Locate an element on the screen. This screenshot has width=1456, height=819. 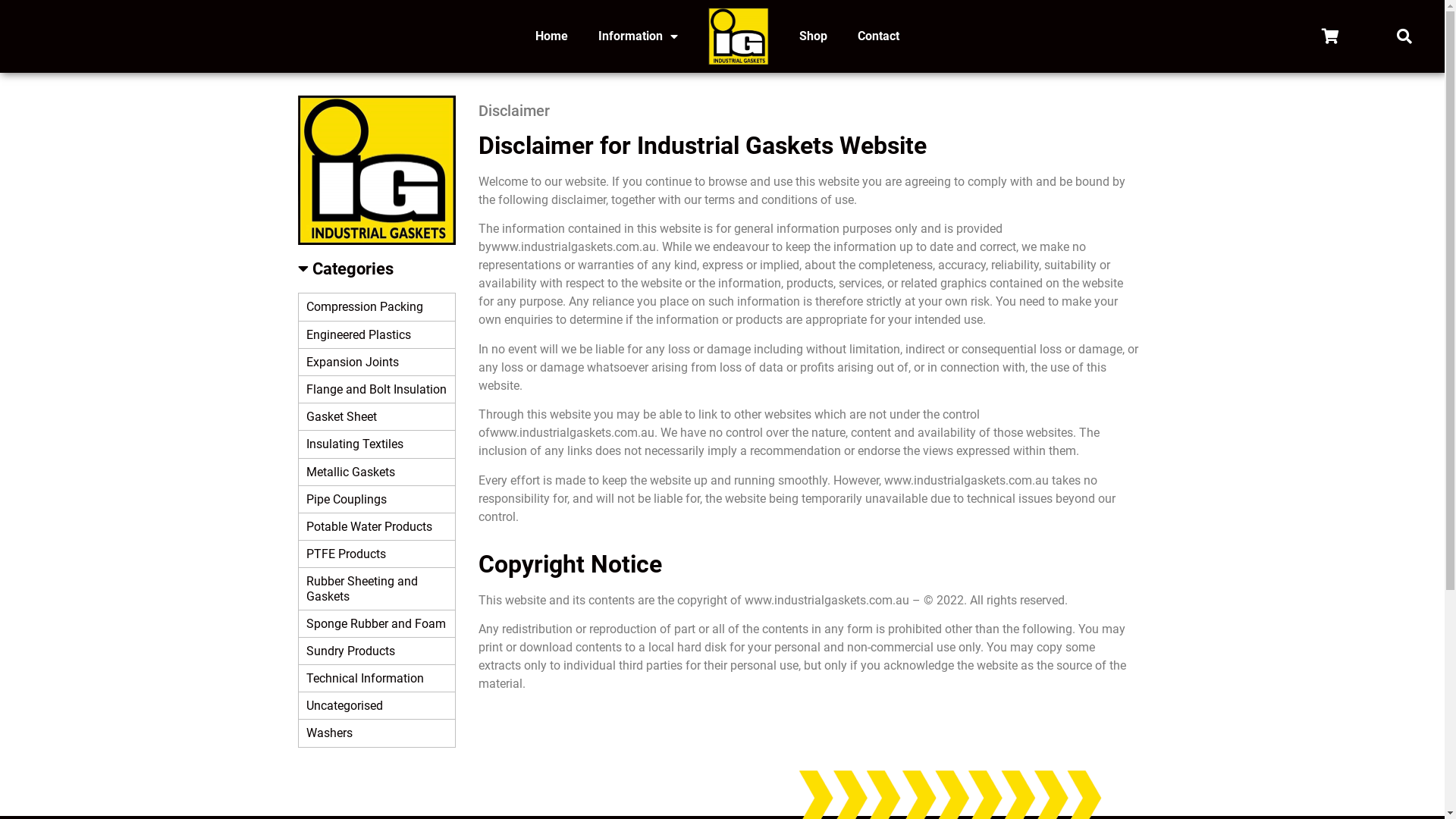
'Compression Packing' is located at coordinates (298, 307).